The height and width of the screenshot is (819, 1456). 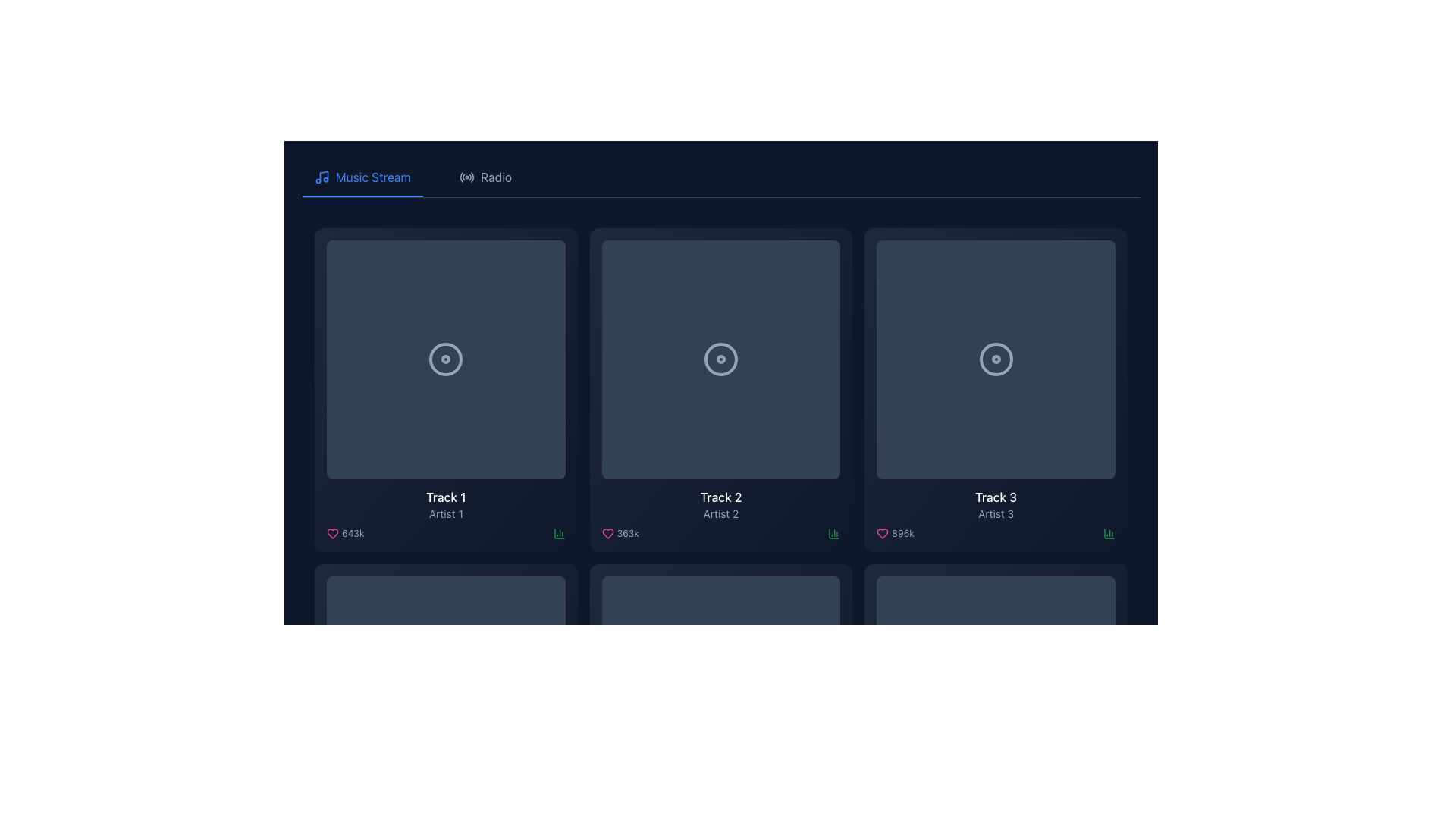 What do you see at coordinates (1109, 532) in the screenshot?
I see `the small green column chart icon with animated pulse effect, located next to the number '896k' in the flex arrangement under 'Track 3' and 'Artist 3'` at bounding box center [1109, 532].